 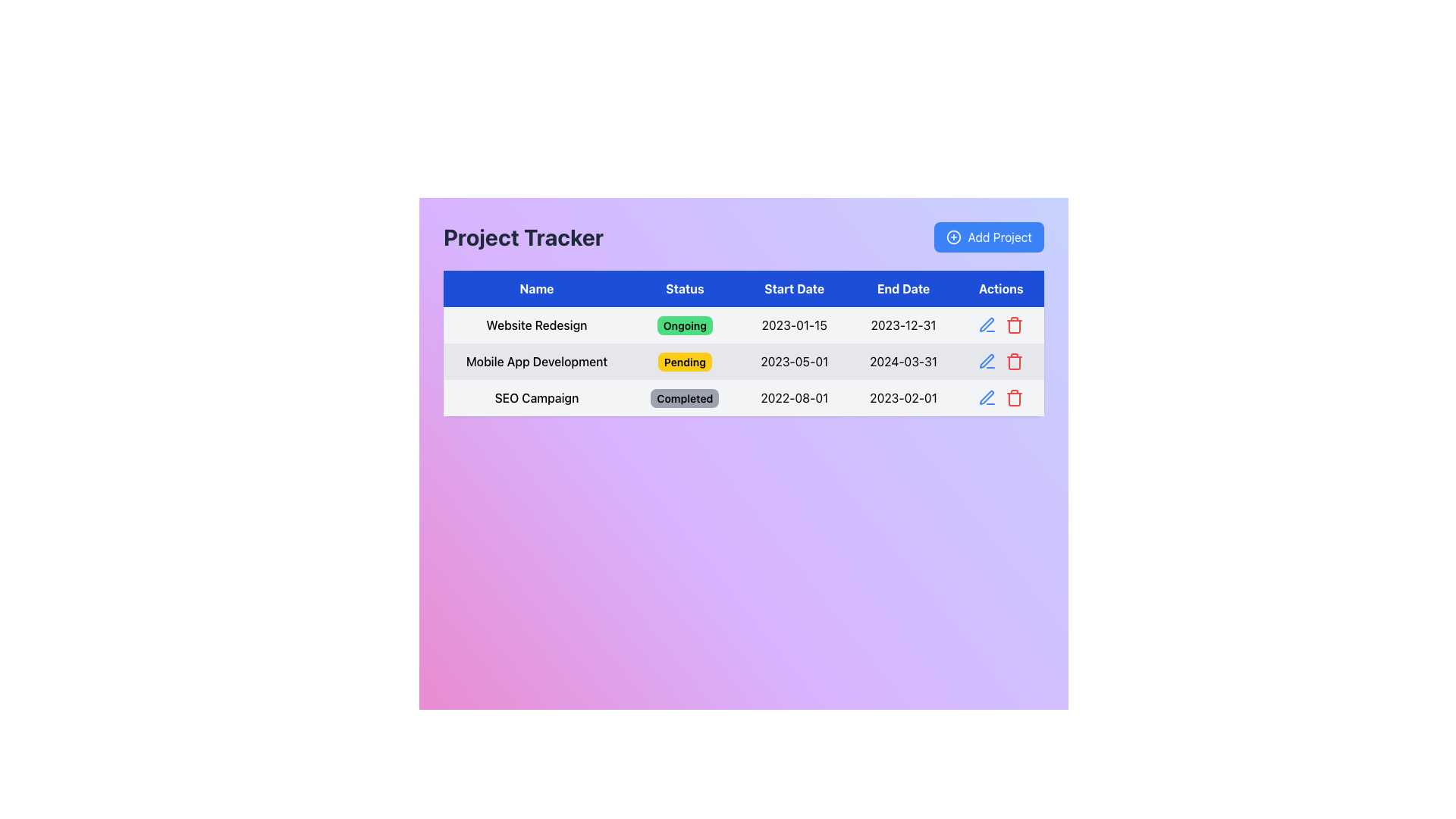 What do you see at coordinates (684, 397) in the screenshot?
I see `the Status Indicator for the 'SEO Campaign' project, located in the Status column of the table, specifically the second cell in the row that represents this project` at bounding box center [684, 397].